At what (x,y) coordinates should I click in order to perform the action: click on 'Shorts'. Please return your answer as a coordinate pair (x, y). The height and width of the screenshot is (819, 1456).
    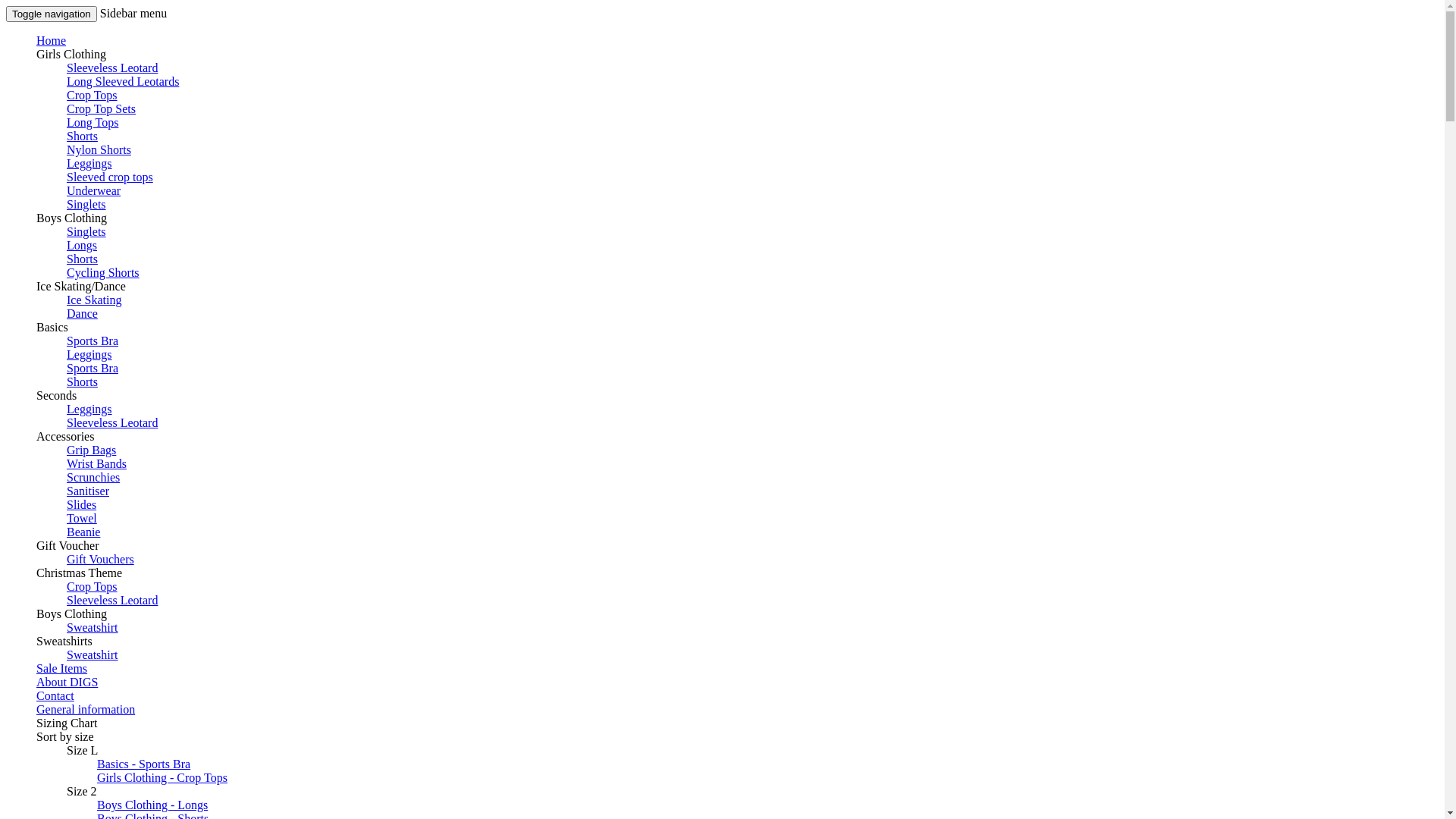
    Looking at the image, I should click on (81, 258).